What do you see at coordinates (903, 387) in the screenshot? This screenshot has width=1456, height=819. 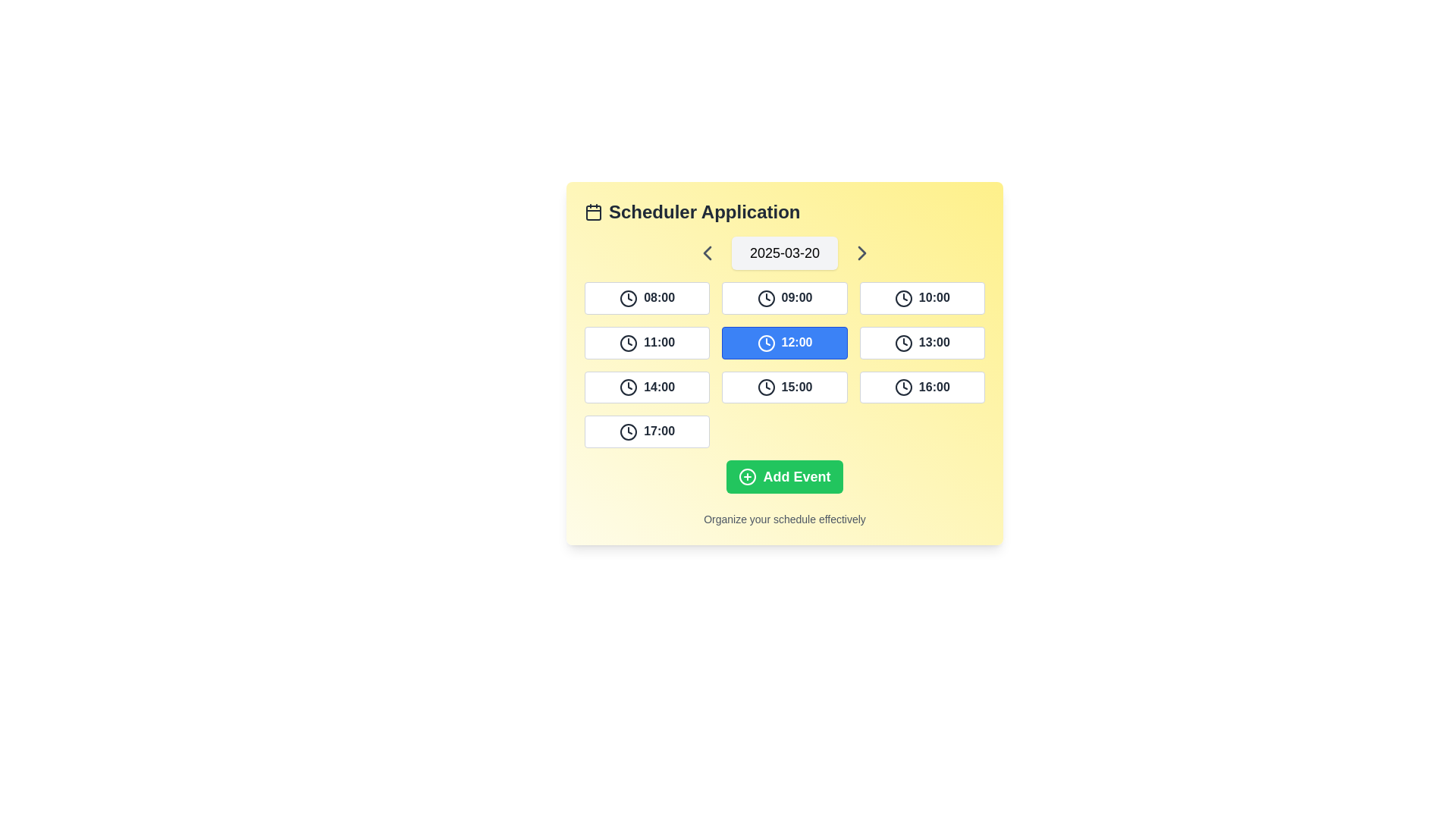 I see `the clock icon located in the bottom-right corner of the scheduling grid, adjacent to the text '16:00', to interact with the time-related function` at bounding box center [903, 387].